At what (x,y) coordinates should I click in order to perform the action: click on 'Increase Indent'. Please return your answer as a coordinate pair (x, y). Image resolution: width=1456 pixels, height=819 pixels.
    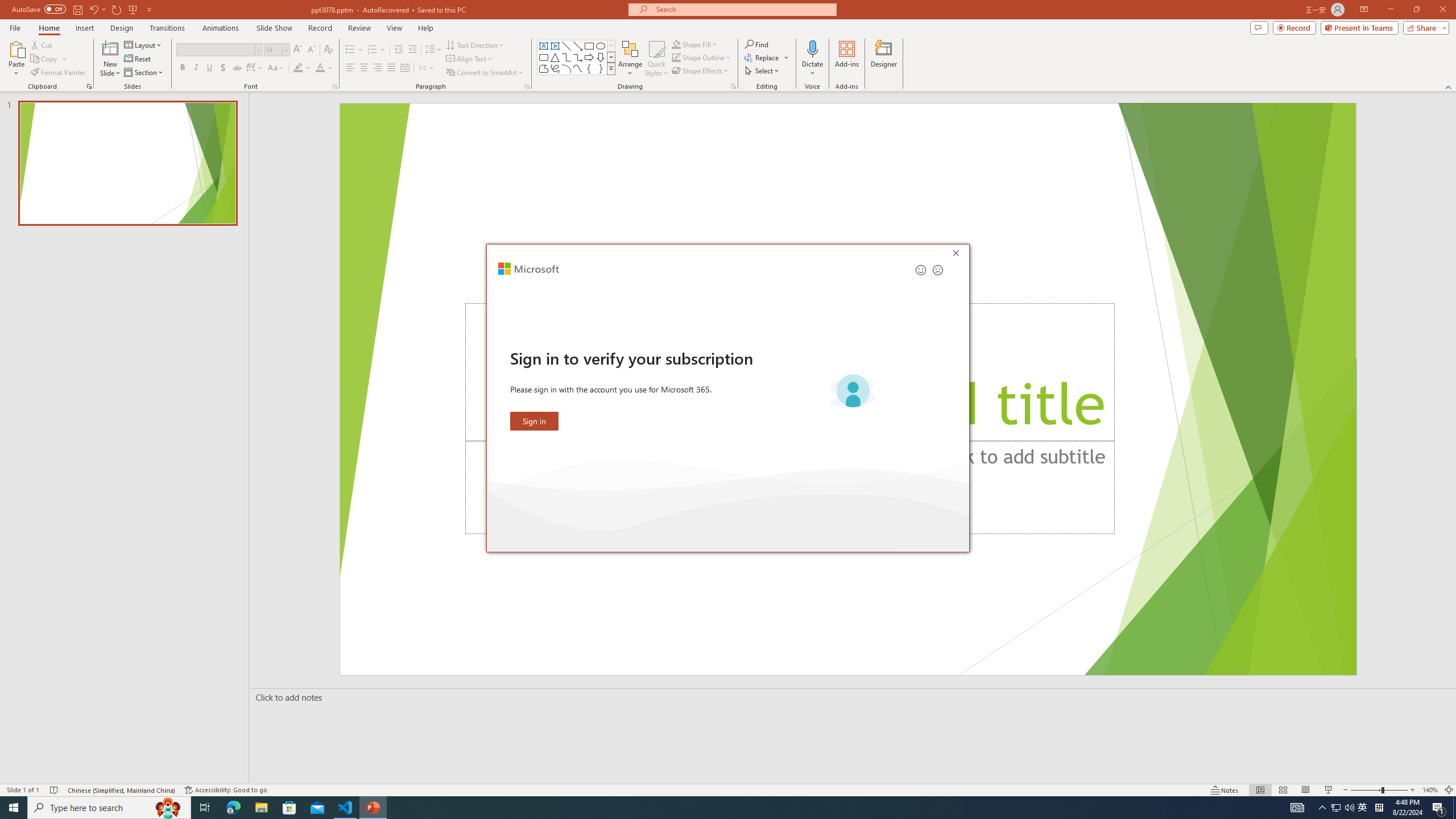
    Looking at the image, I should click on (412, 49).